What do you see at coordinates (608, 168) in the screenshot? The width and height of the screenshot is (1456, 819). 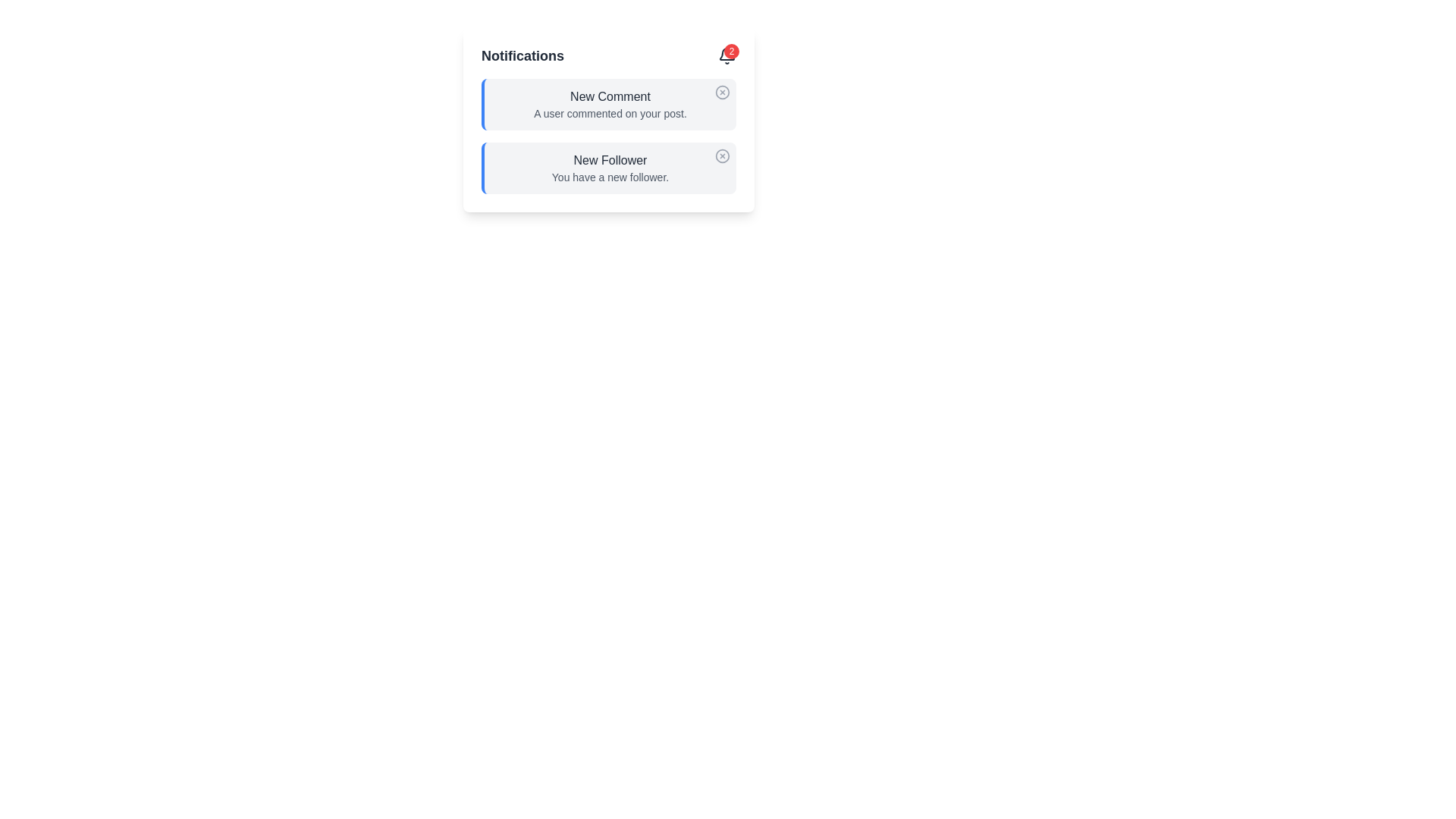 I see `the notification box with a light gray background and a blue left border that contains the header 'New Follower' and the message 'You have a new follower.'` at bounding box center [608, 168].